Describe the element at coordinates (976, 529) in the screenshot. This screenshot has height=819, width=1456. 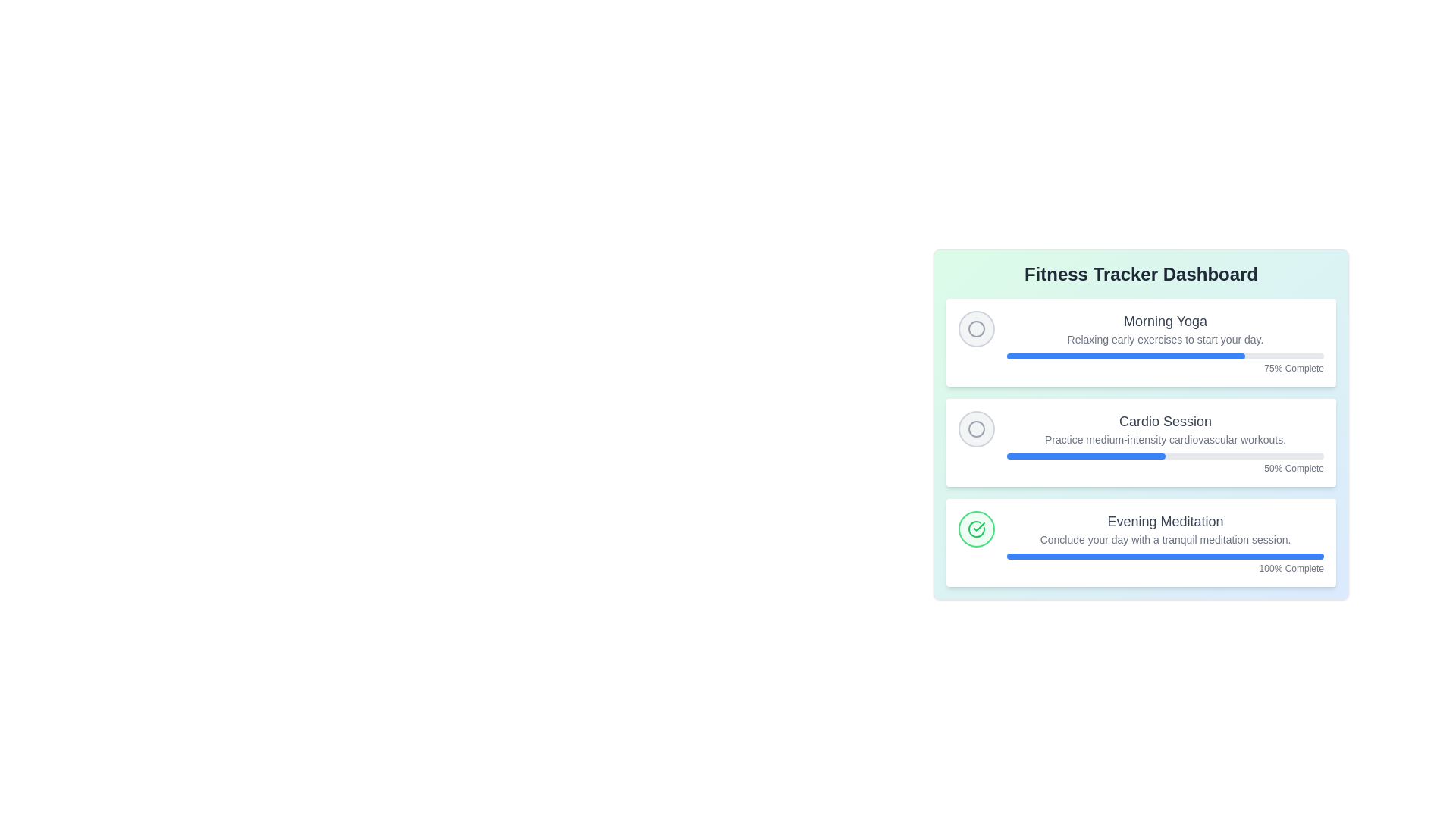
I see `the circular green-bordered icon with a checkmark symbol inside it, located in the bottom section of the Fitness Tracker Dashboard, adjacent to 'Evening Meditation', for possible interaction` at that location.